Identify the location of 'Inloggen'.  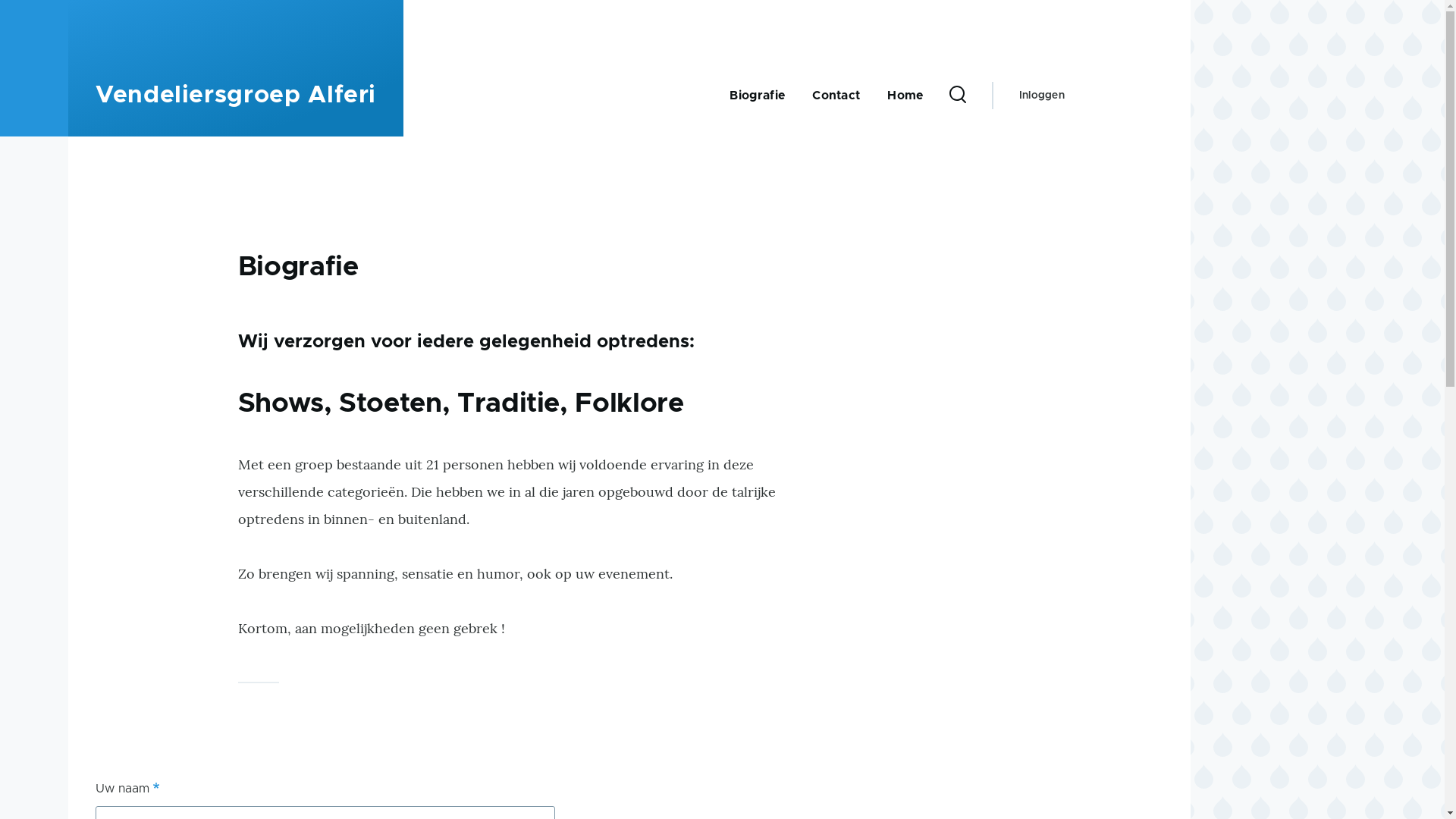
(1040, 96).